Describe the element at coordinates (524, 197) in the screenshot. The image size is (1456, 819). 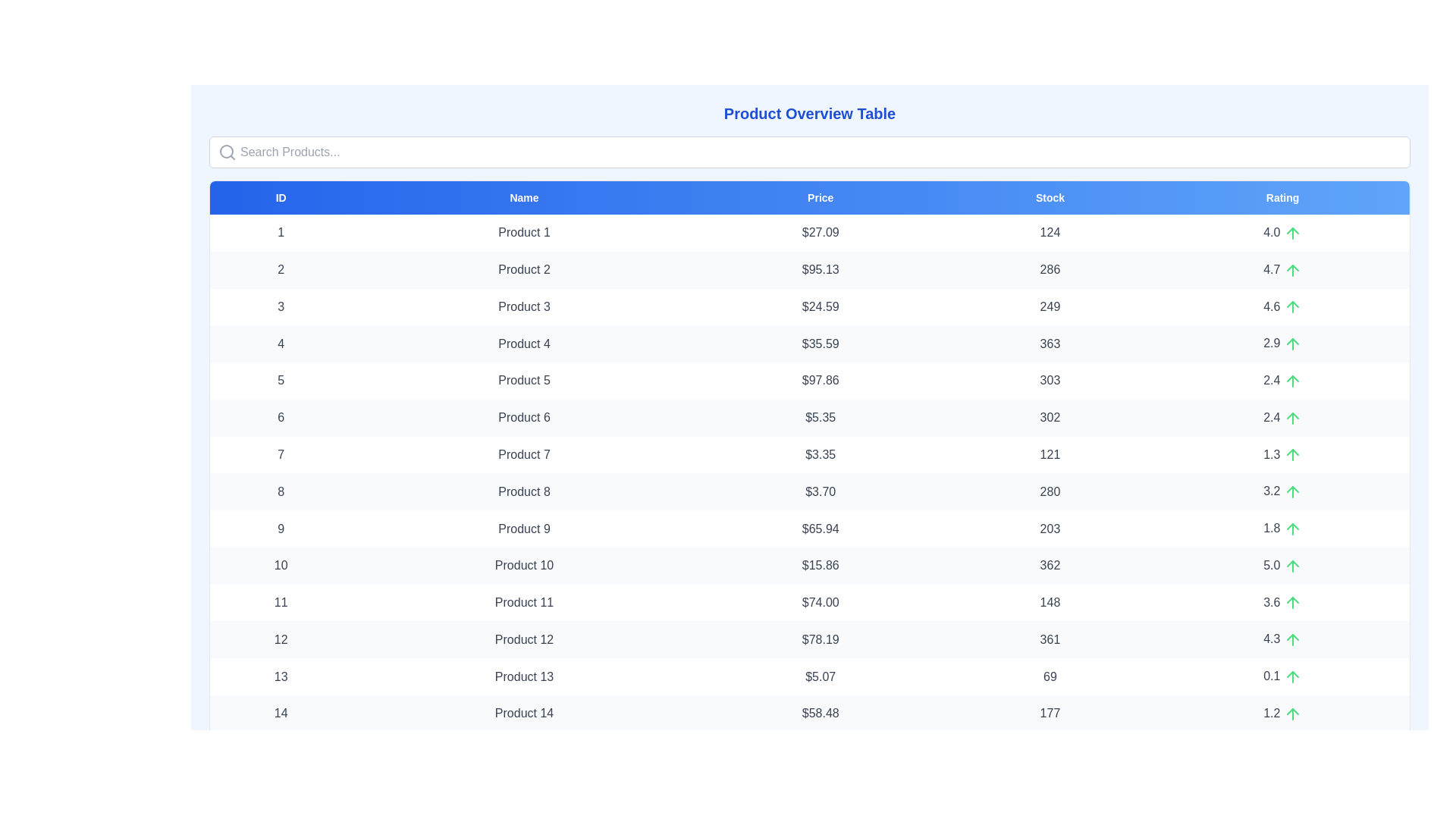
I see `the header labeled Name to sort the table by that column` at that location.